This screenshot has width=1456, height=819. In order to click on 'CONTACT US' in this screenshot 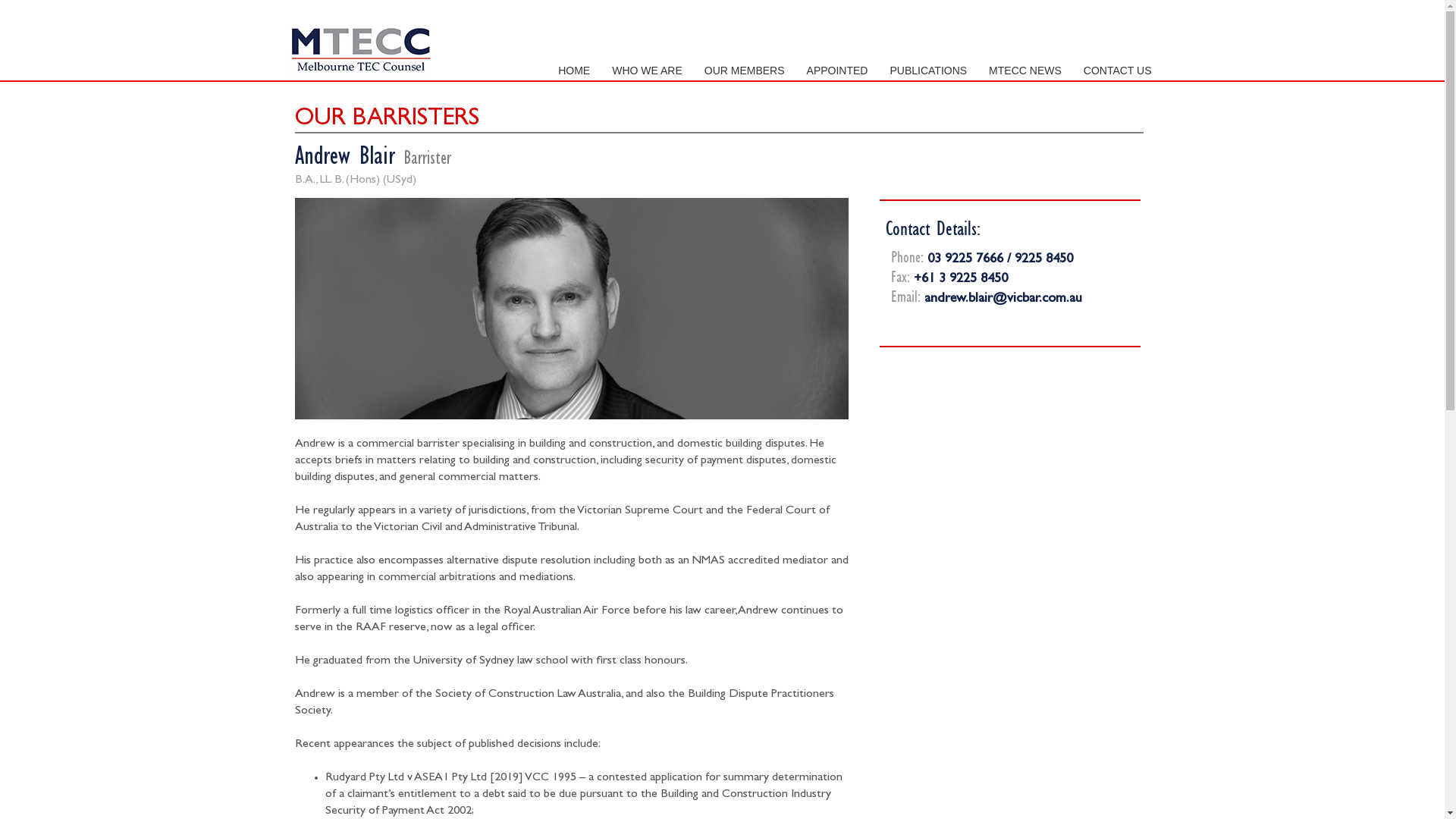, I will do `click(1117, 70)`.